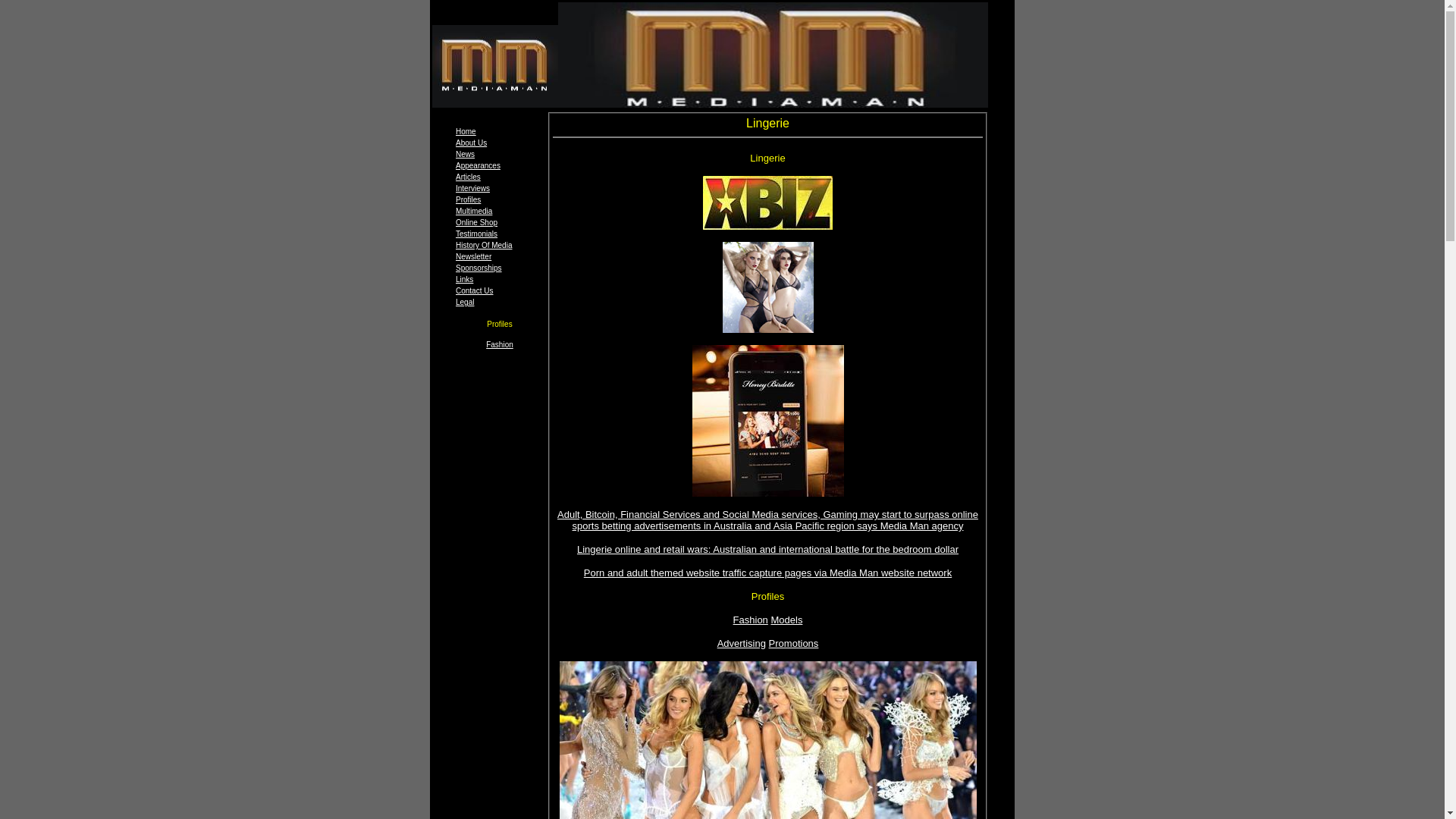 Image resolution: width=1456 pixels, height=819 pixels. I want to click on 'Contact Us', so click(473, 290).